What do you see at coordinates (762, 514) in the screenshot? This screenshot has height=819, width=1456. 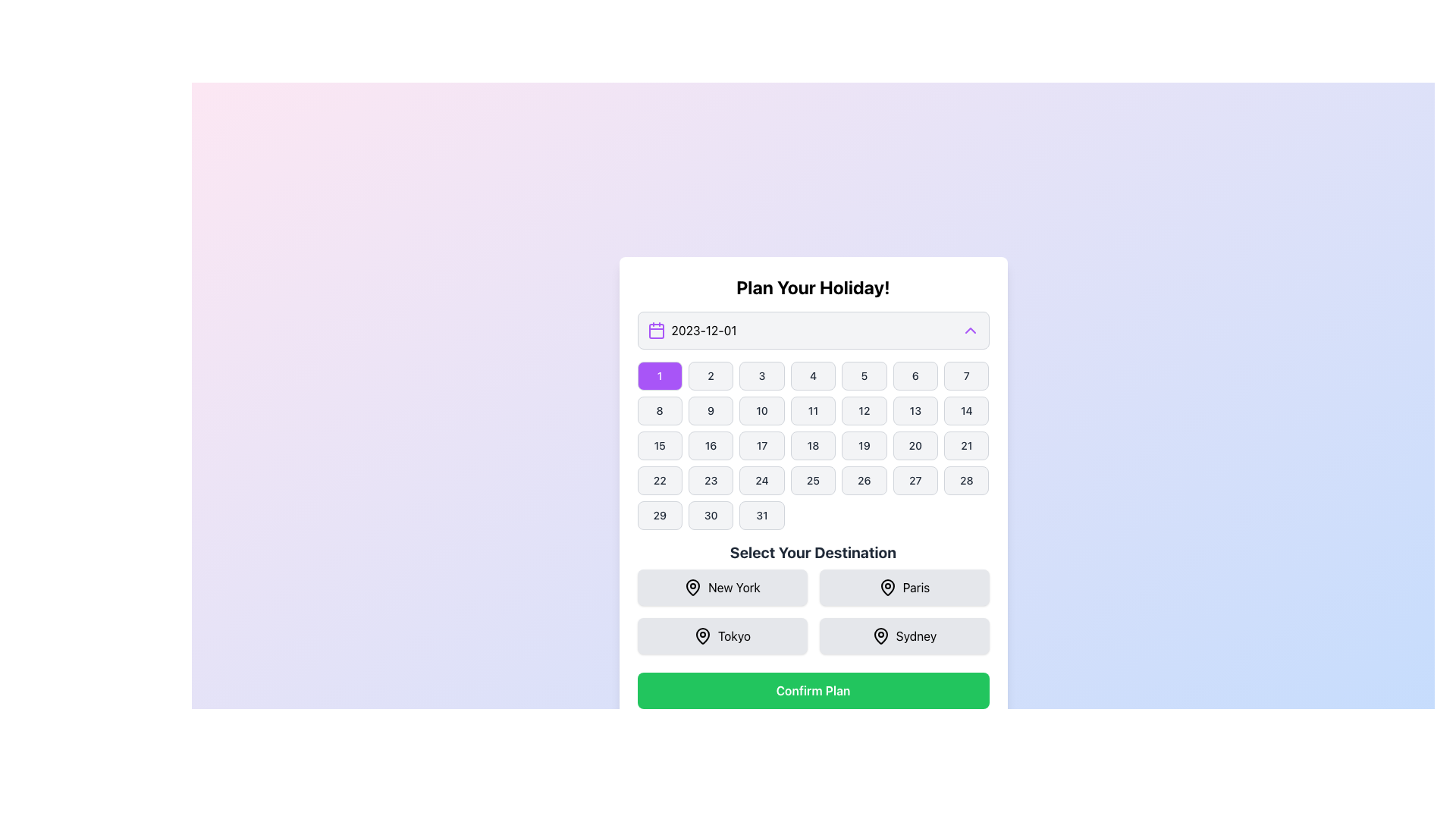 I see `the button labeled '31' which is a rectangular button with a rounded border, light gray background, and black font, located in the bottom row of a grid layout` at bounding box center [762, 514].